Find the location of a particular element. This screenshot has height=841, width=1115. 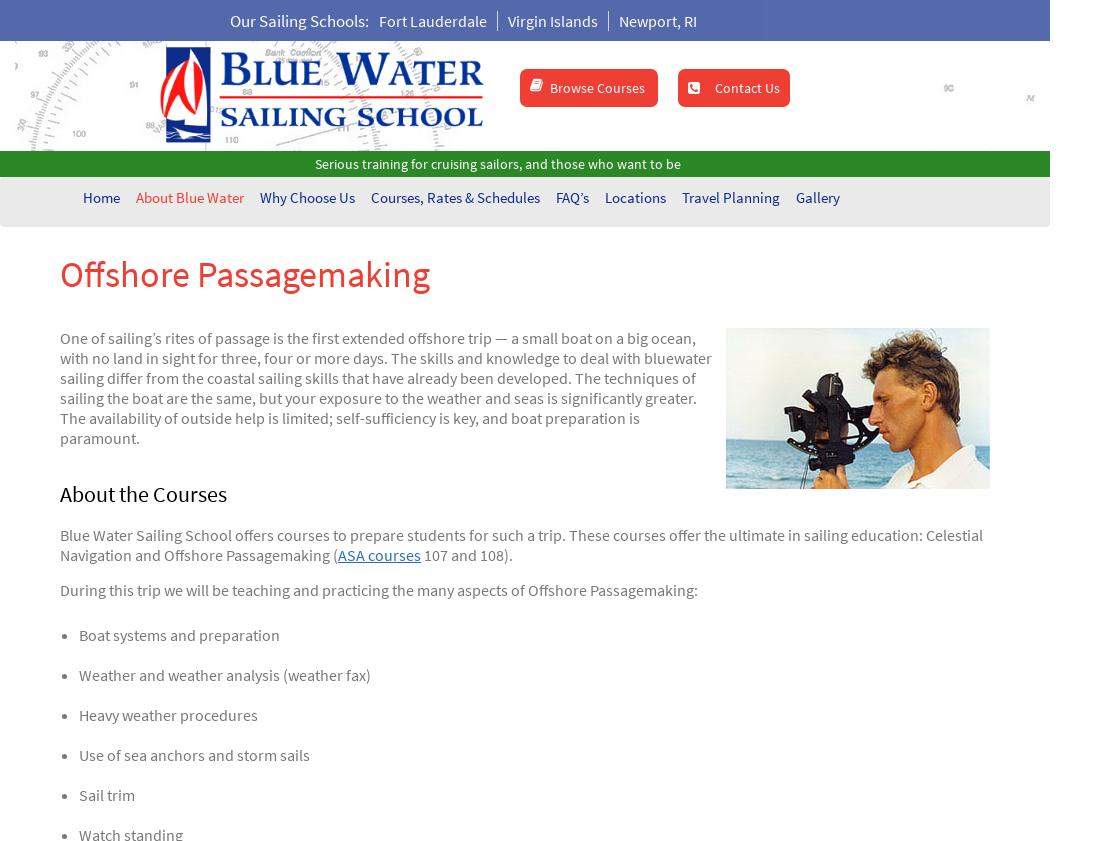

'During this trip we will be teaching and practicing the many aspects of Offshore Passagemaking:' is located at coordinates (377, 589).